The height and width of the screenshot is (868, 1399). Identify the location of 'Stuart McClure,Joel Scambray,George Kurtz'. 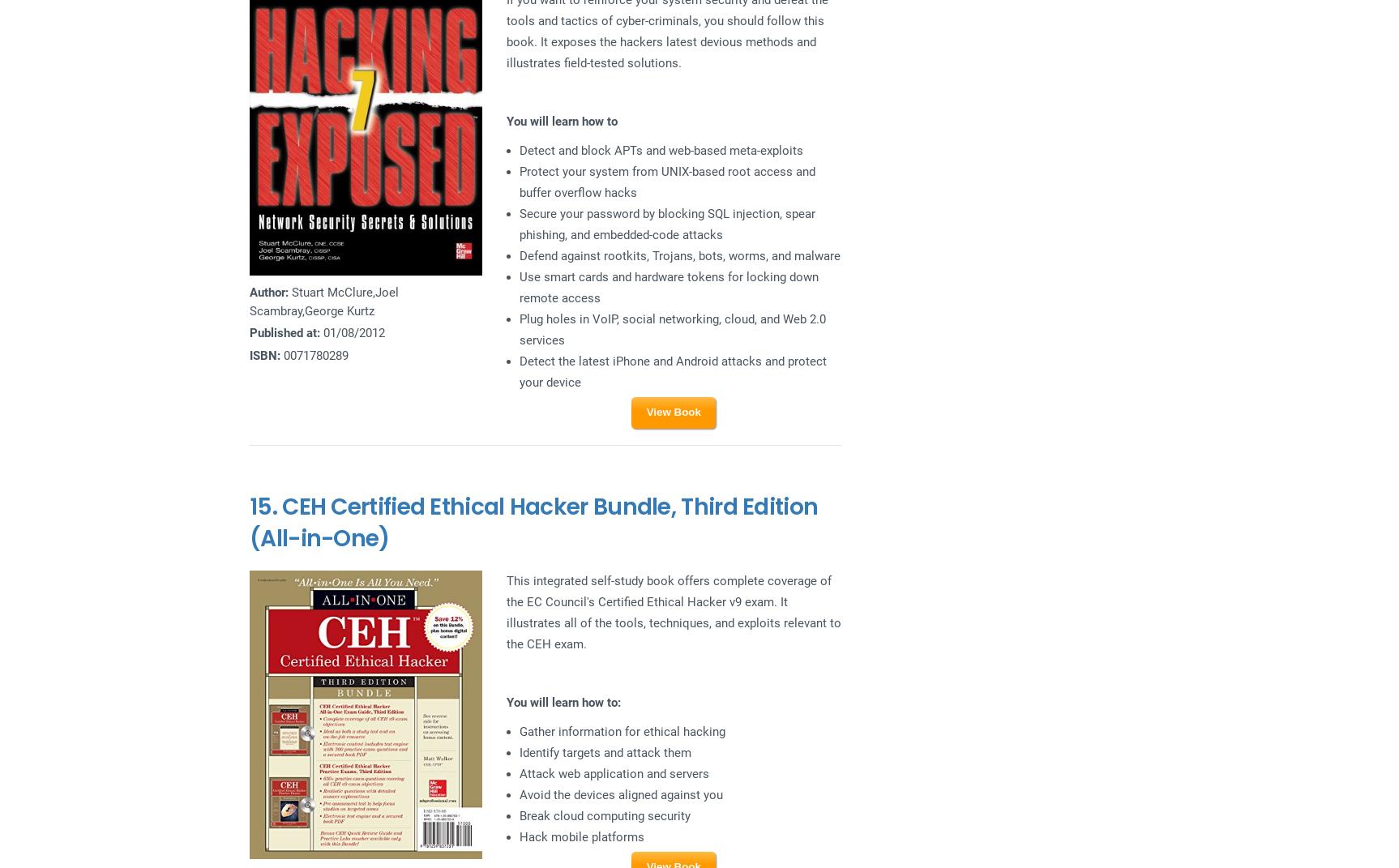
(323, 300).